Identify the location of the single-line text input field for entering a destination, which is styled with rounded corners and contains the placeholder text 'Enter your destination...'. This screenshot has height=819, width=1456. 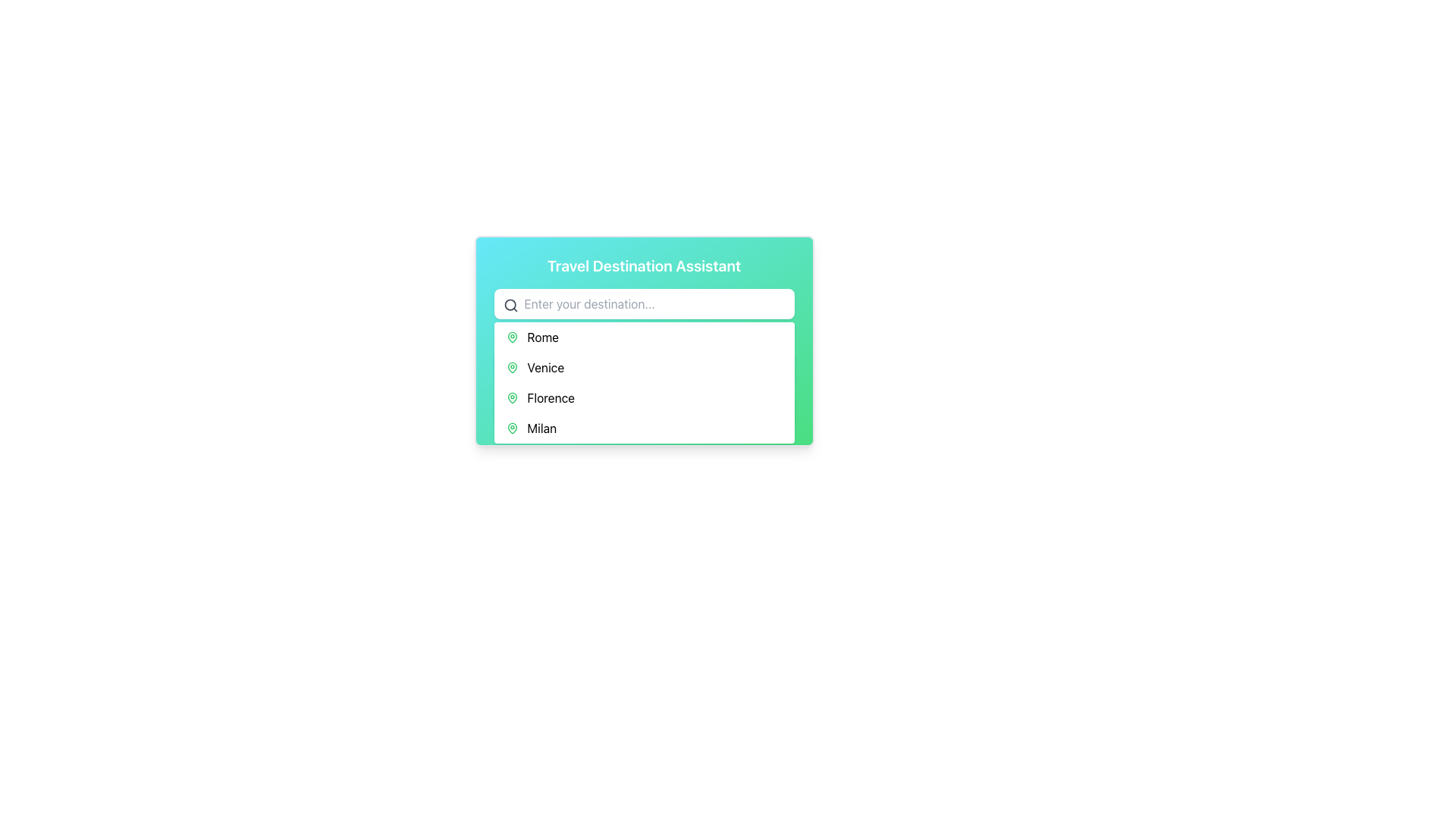
(644, 304).